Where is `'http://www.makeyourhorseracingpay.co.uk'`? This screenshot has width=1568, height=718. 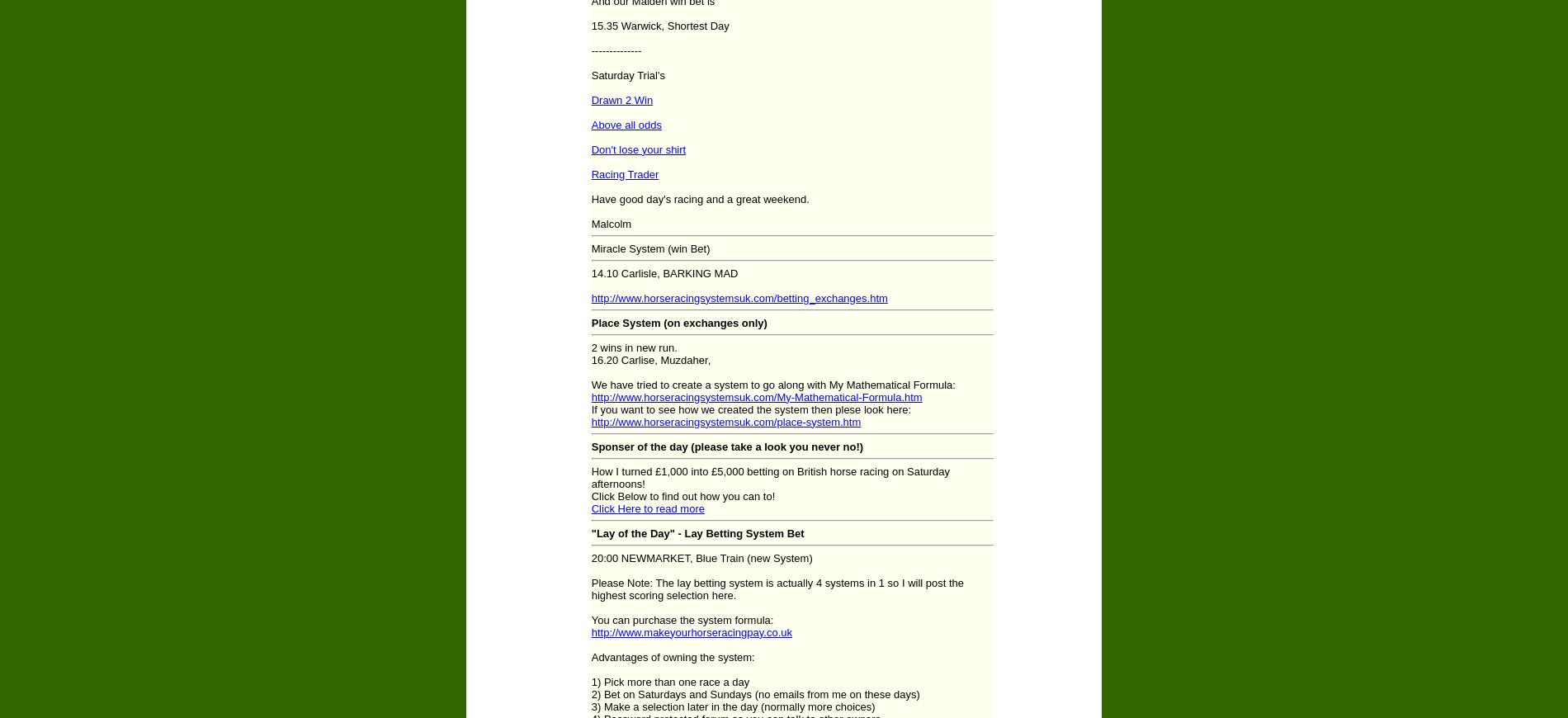 'http://www.makeyourhorseracingpay.co.uk' is located at coordinates (690, 631).